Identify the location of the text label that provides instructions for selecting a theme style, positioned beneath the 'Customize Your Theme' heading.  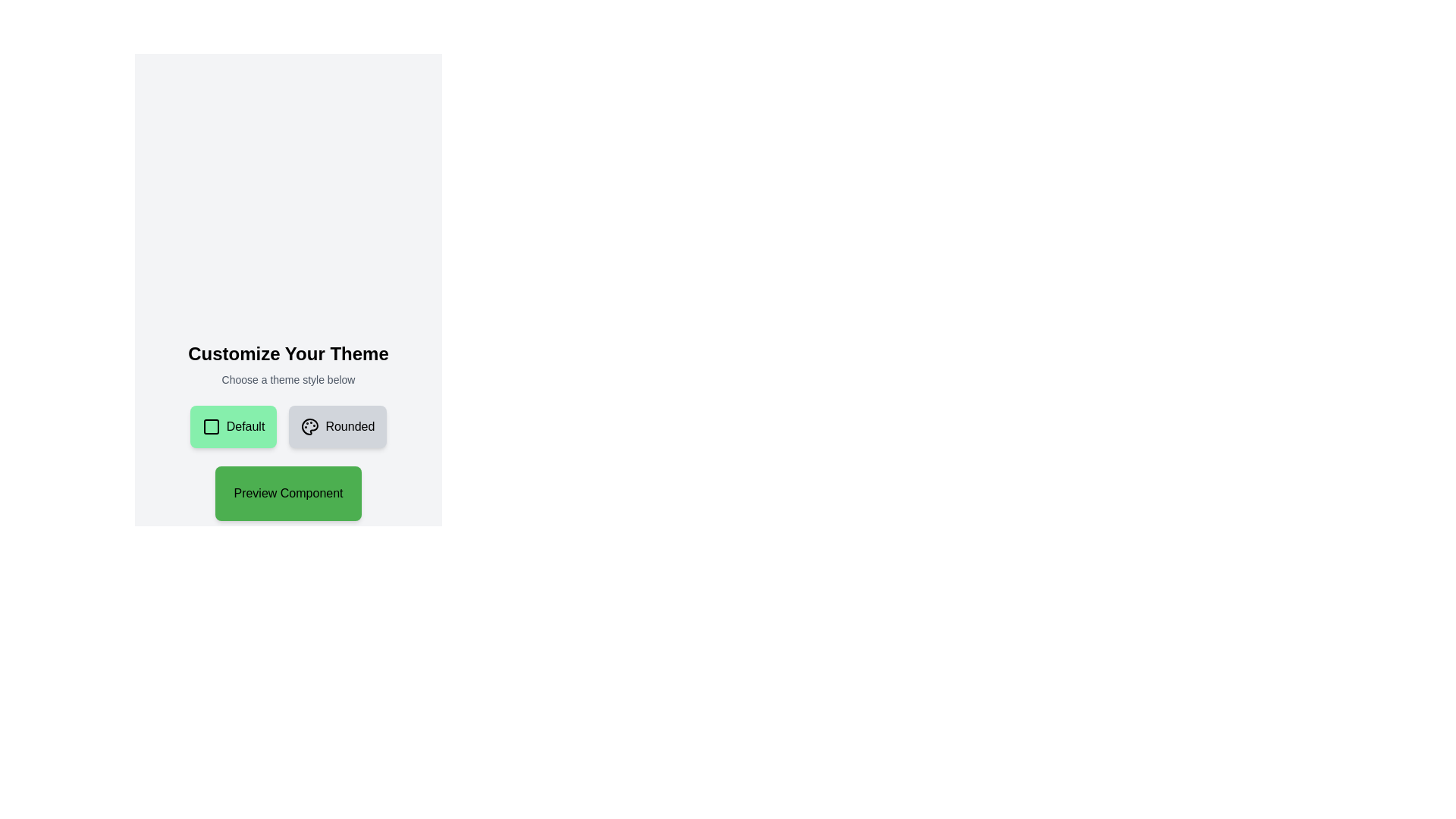
(288, 379).